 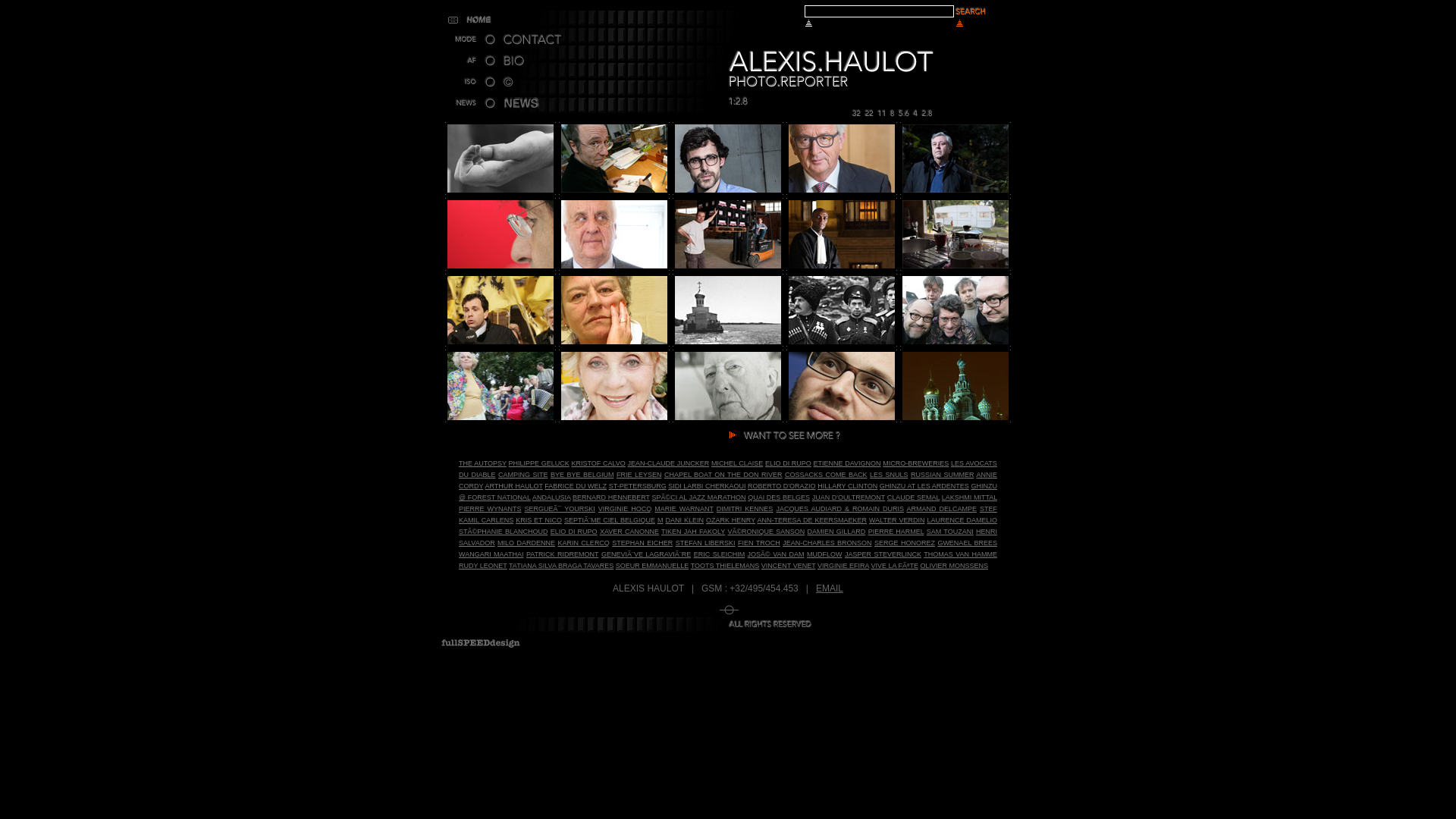 I want to click on 'XAVER CANONNE', so click(x=629, y=531).